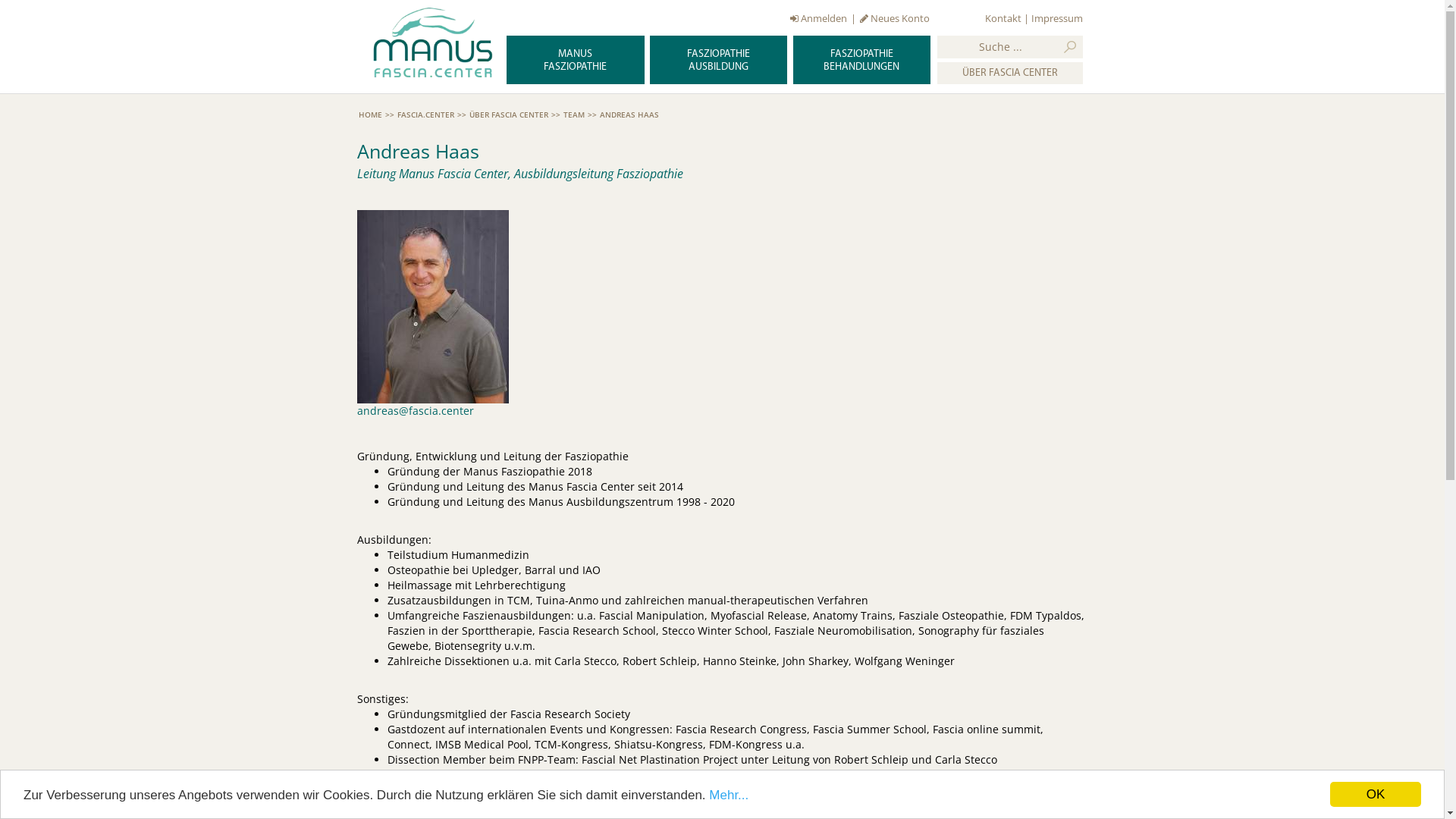 The height and width of the screenshot is (819, 1456). I want to click on 'Neues Konto', so click(895, 17).